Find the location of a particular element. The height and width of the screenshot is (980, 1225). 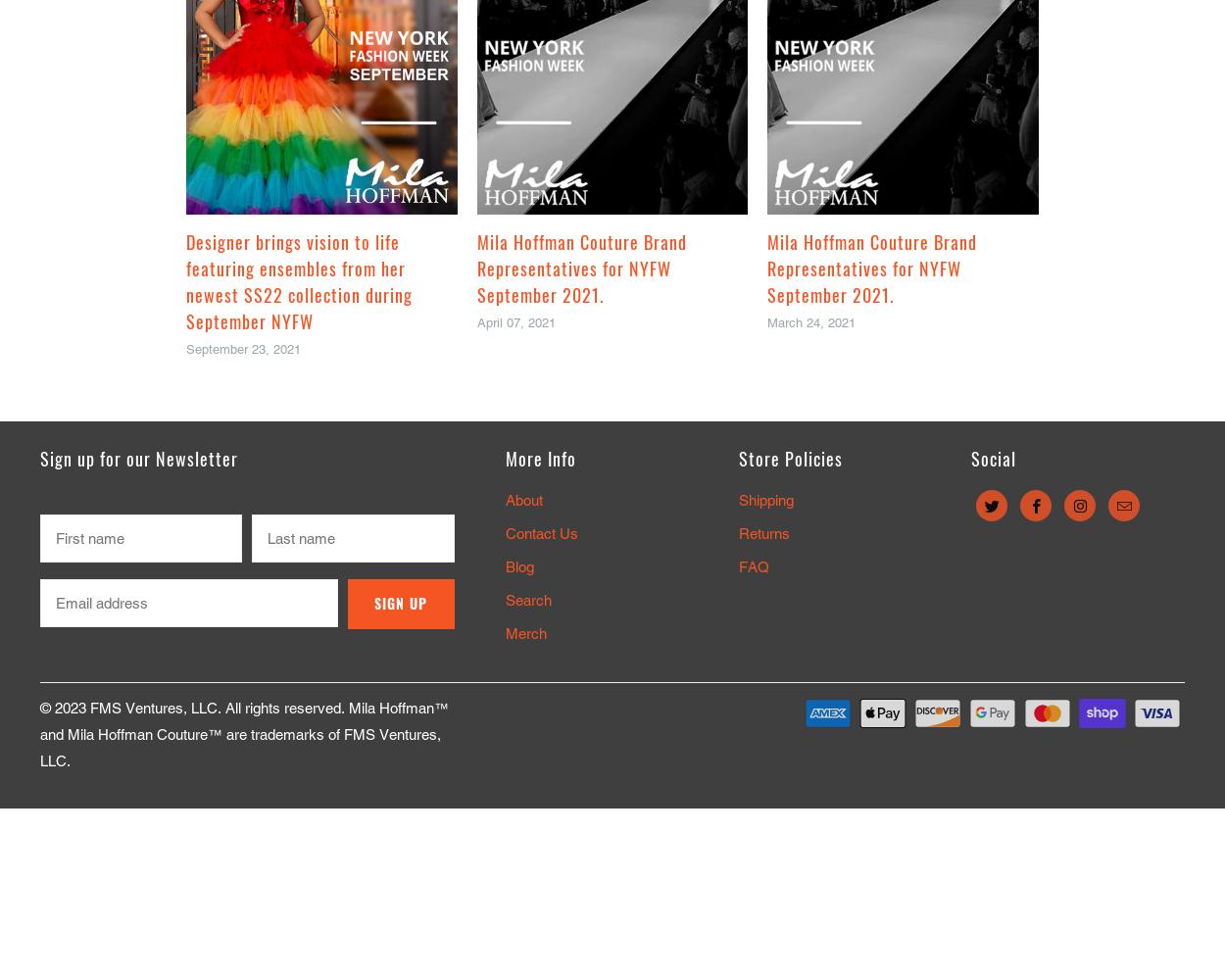

'September 23, 2021' is located at coordinates (184, 348).